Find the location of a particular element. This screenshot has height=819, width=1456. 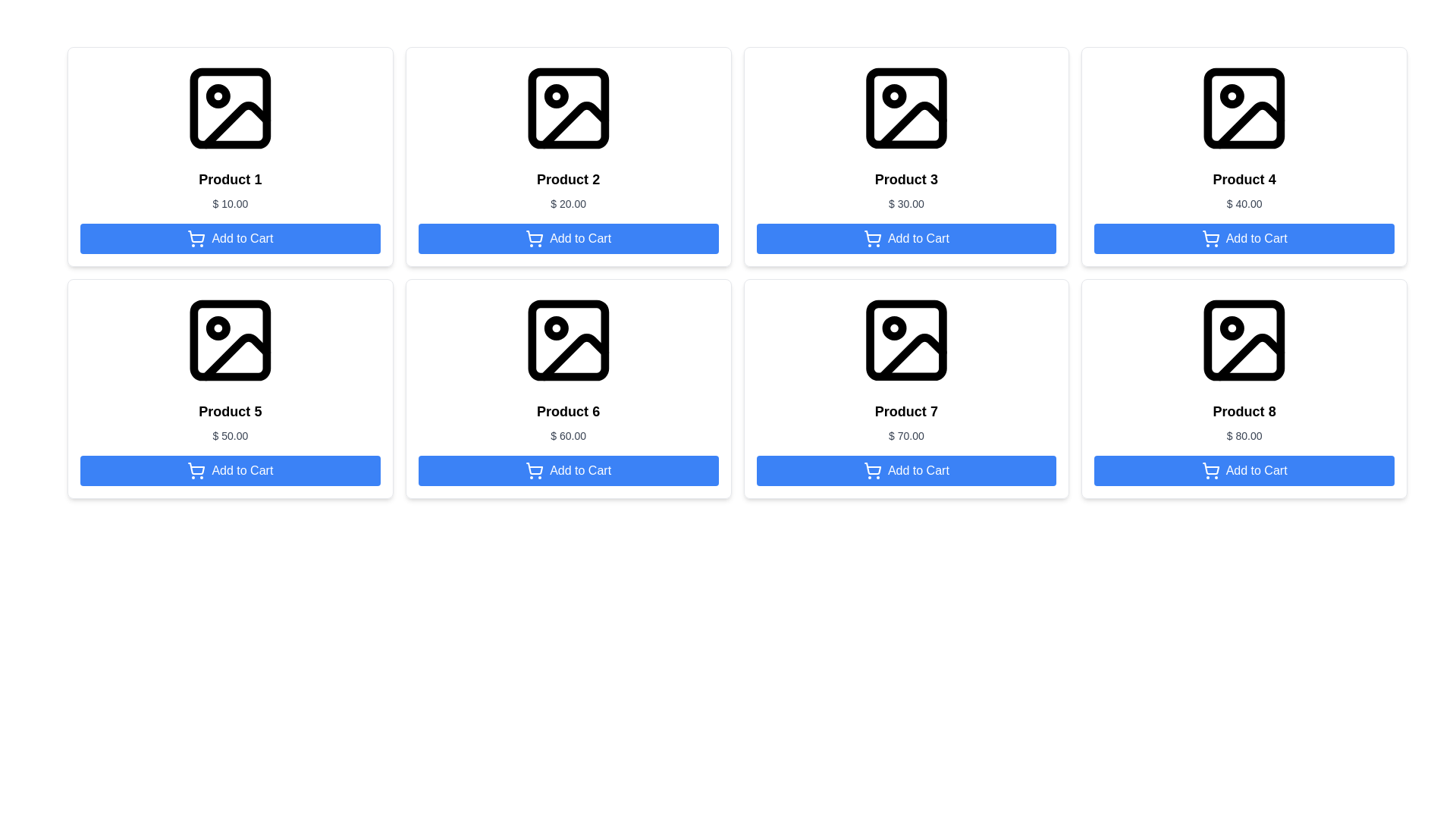

the decorative line graphic within the stylized icon located in the top-left product card labeled 'Product 1'. This graphic is a visual component that does not have interactive functionality but is part of the design's aesthetic is located at coordinates (235, 124).